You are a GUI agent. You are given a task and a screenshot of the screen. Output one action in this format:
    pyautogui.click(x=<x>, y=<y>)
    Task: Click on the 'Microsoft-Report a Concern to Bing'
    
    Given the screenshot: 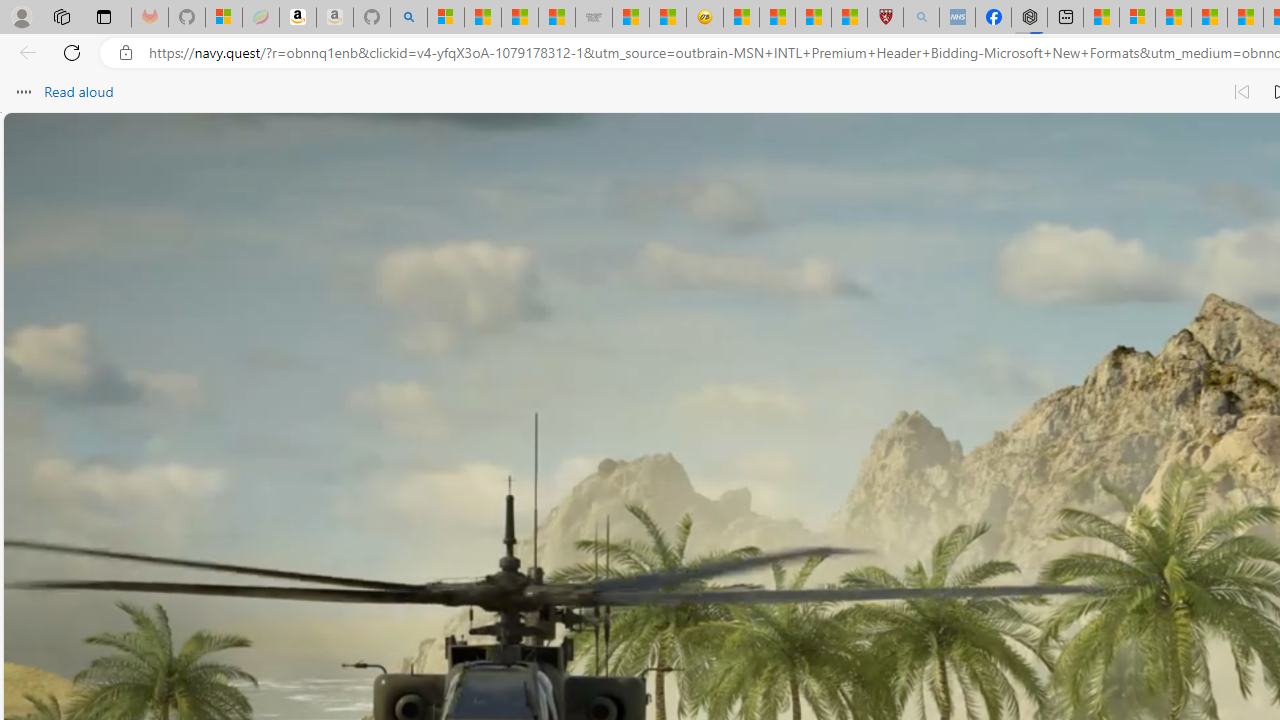 What is the action you would take?
    pyautogui.click(x=224, y=17)
    